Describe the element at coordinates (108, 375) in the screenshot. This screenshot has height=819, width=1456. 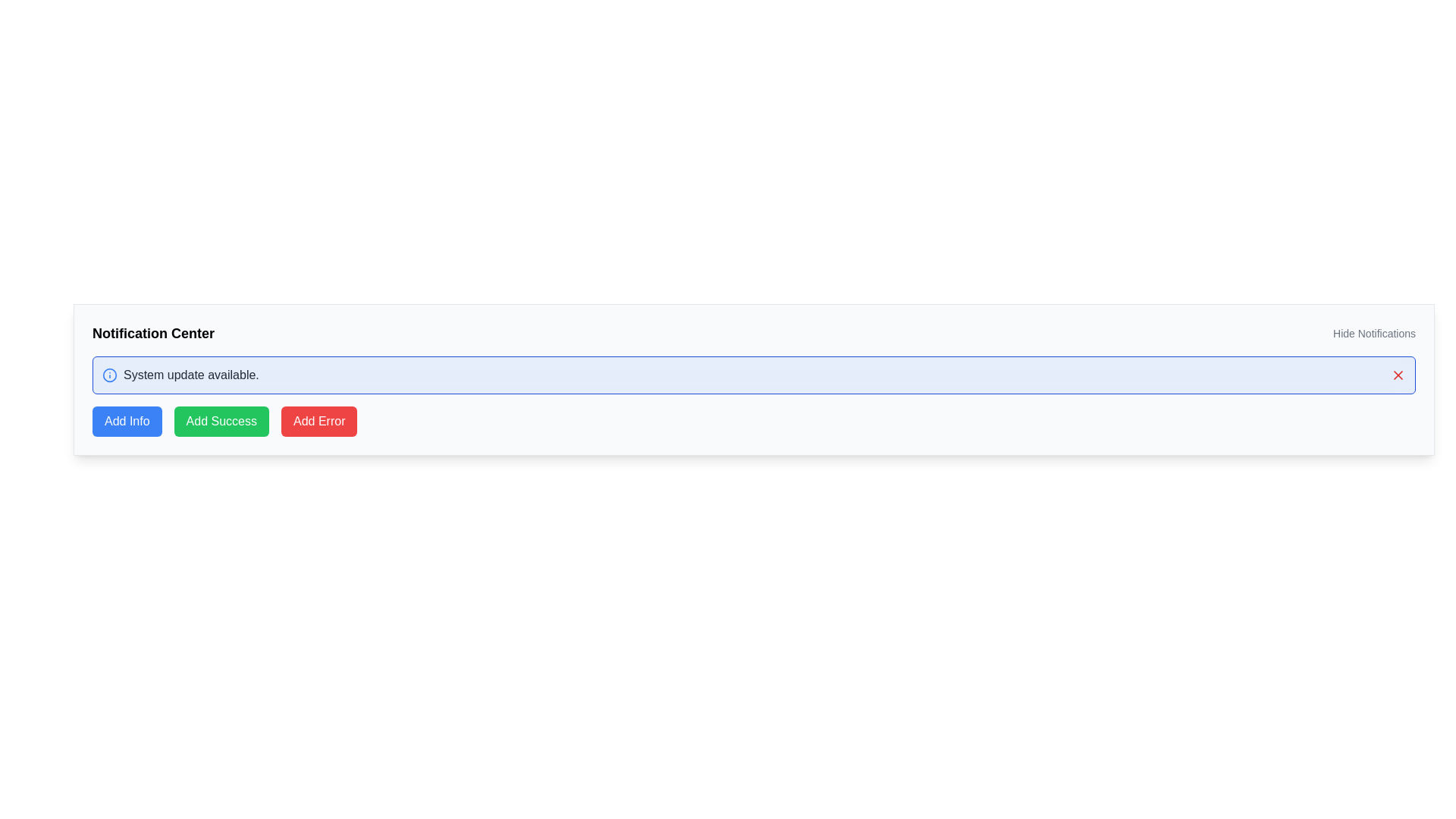
I see `the graphical icon positioned near the top-left corner of the notification box that indicates 'System update available.'` at that location.